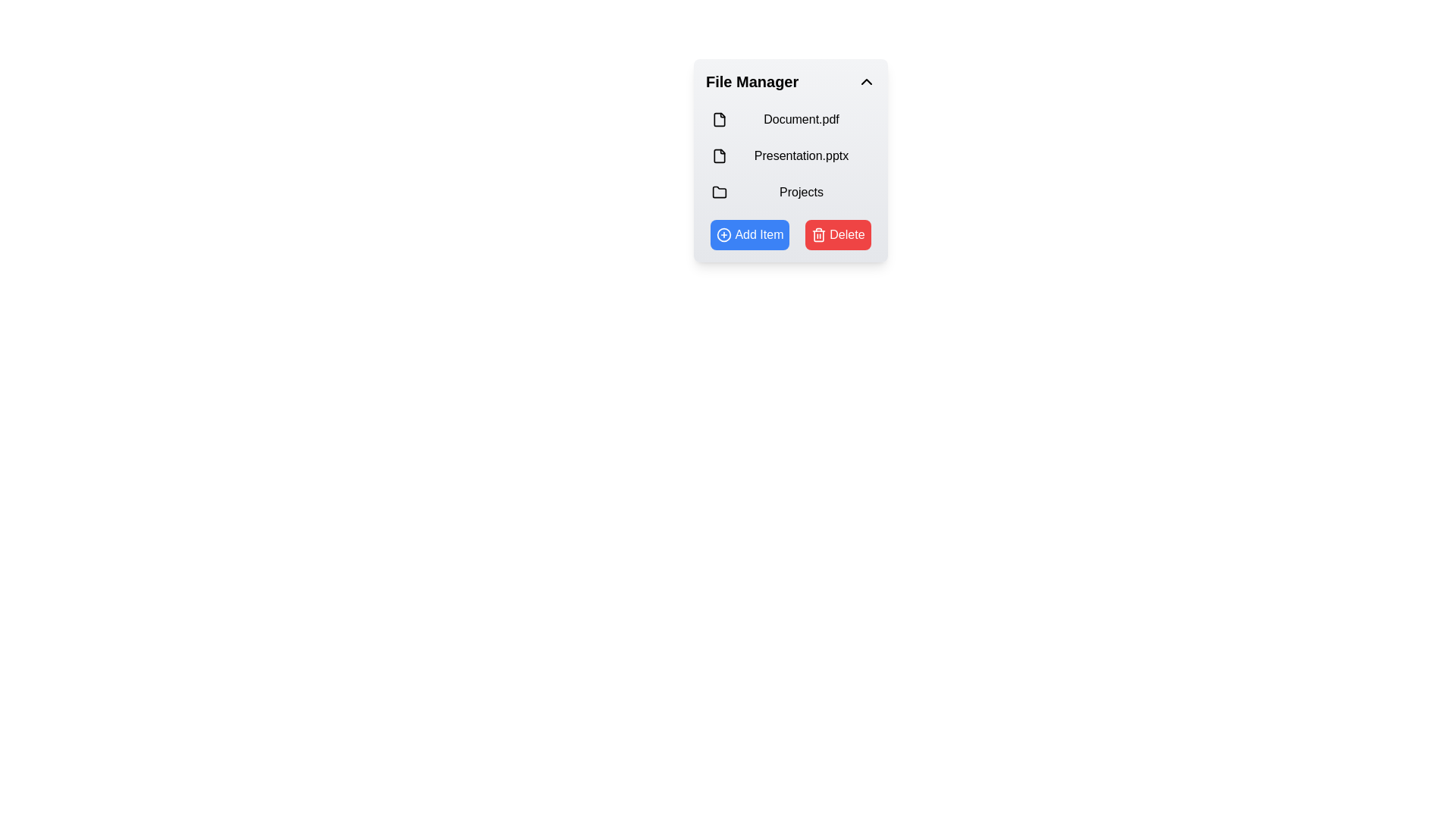 The image size is (1456, 819). What do you see at coordinates (719, 119) in the screenshot?
I see `the red document icon located next to the text 'Document.pdf' in the file manager interface as a visual reference for the associated text` at bounding box center [719, 119].